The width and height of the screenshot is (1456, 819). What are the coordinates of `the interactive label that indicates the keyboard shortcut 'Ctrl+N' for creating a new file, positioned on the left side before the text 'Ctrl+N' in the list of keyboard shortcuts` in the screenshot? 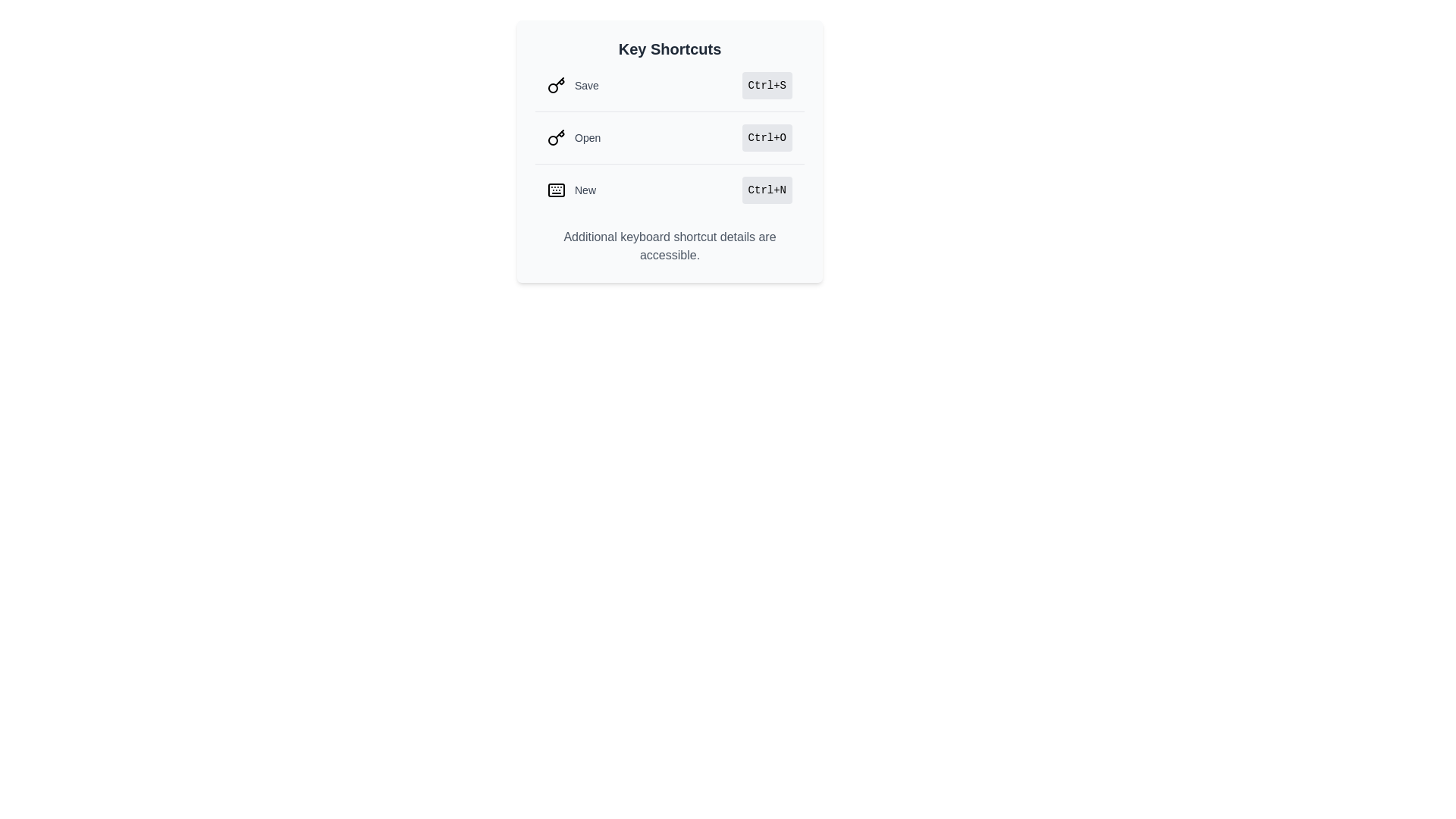 It's located at (570, 189).